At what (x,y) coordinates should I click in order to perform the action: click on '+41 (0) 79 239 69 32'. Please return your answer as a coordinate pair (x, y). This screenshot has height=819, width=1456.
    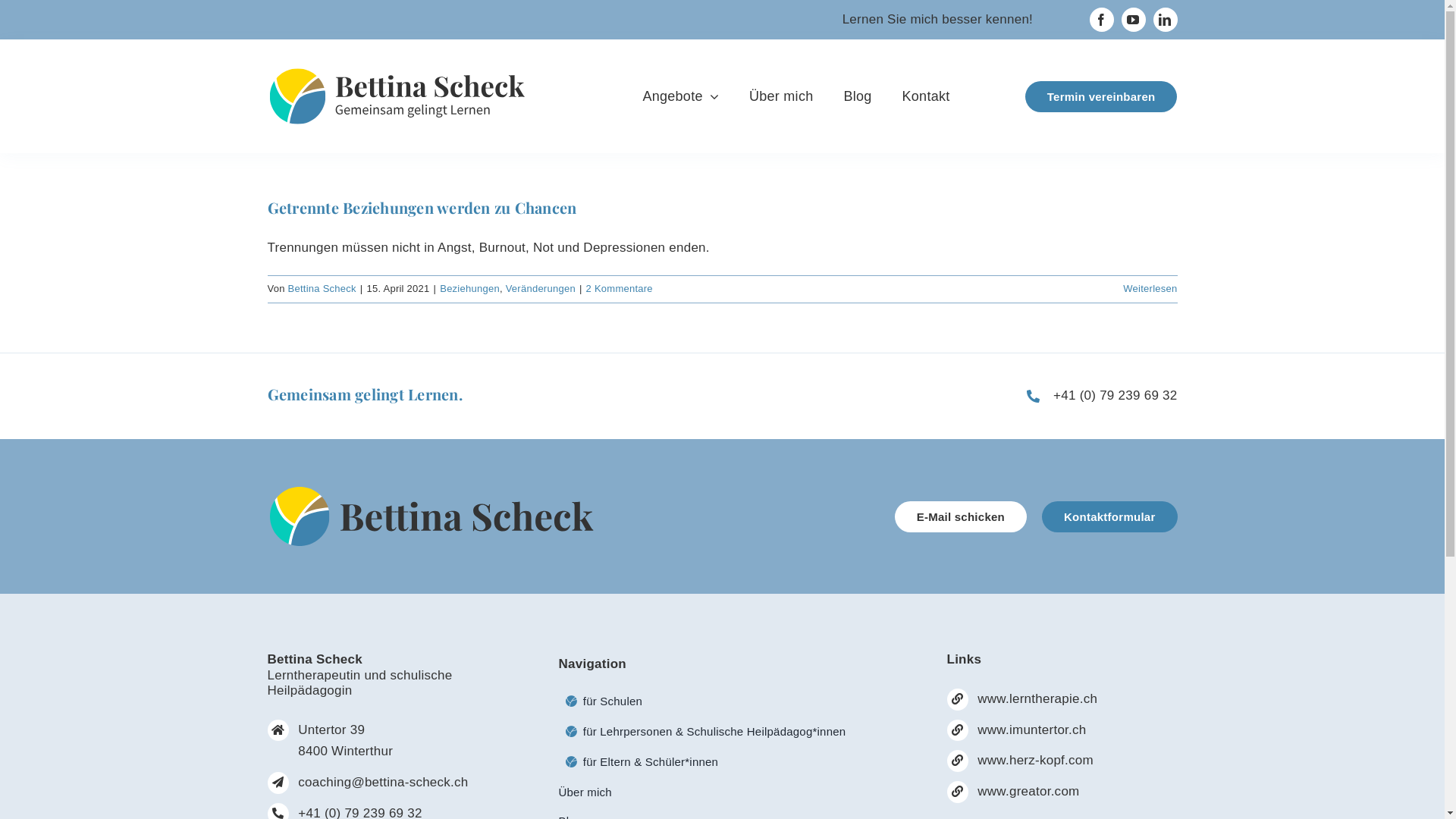
    Looking at the image, I should click on (1115, 394).